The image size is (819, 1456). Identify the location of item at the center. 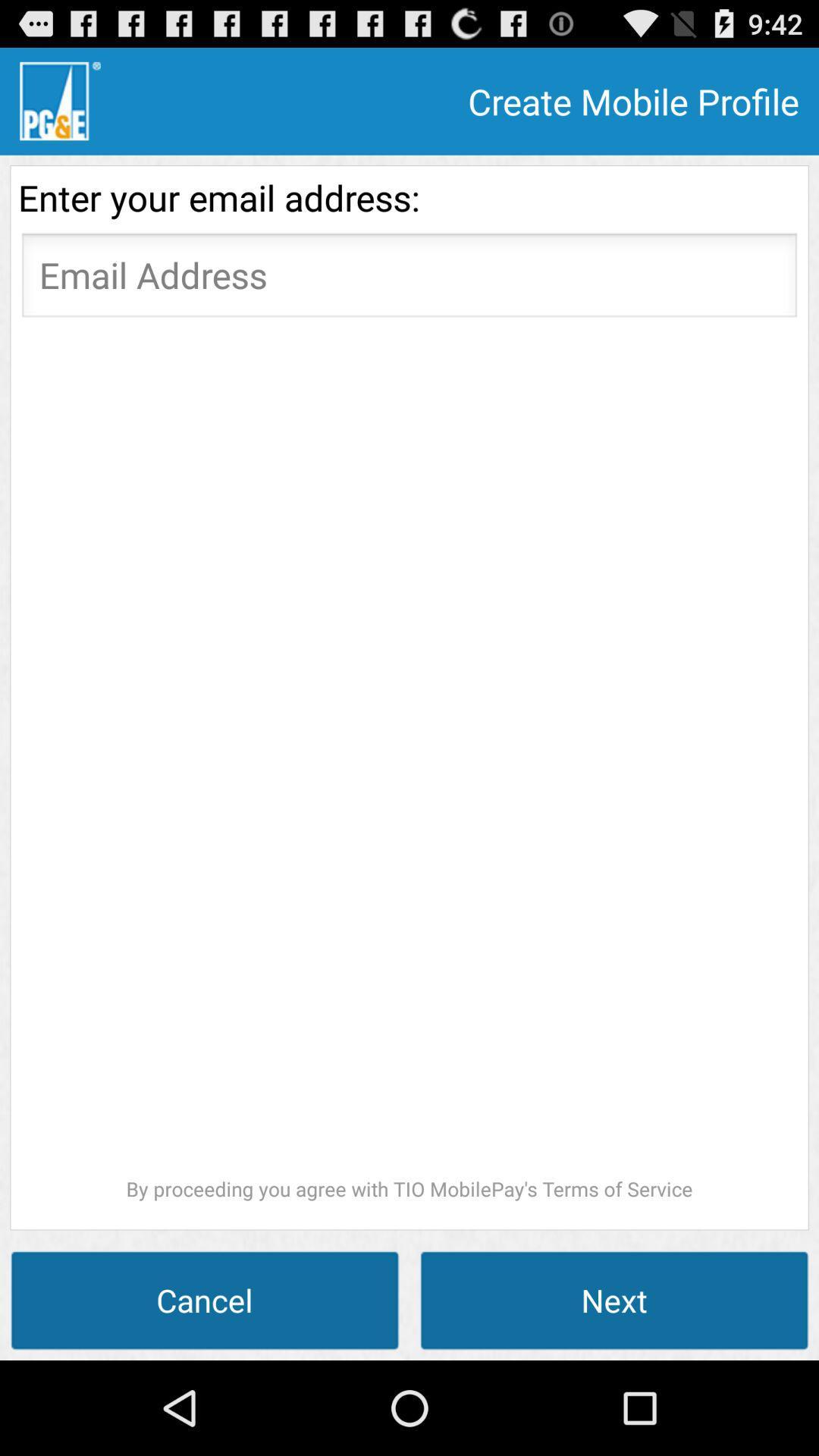
(409, 764).